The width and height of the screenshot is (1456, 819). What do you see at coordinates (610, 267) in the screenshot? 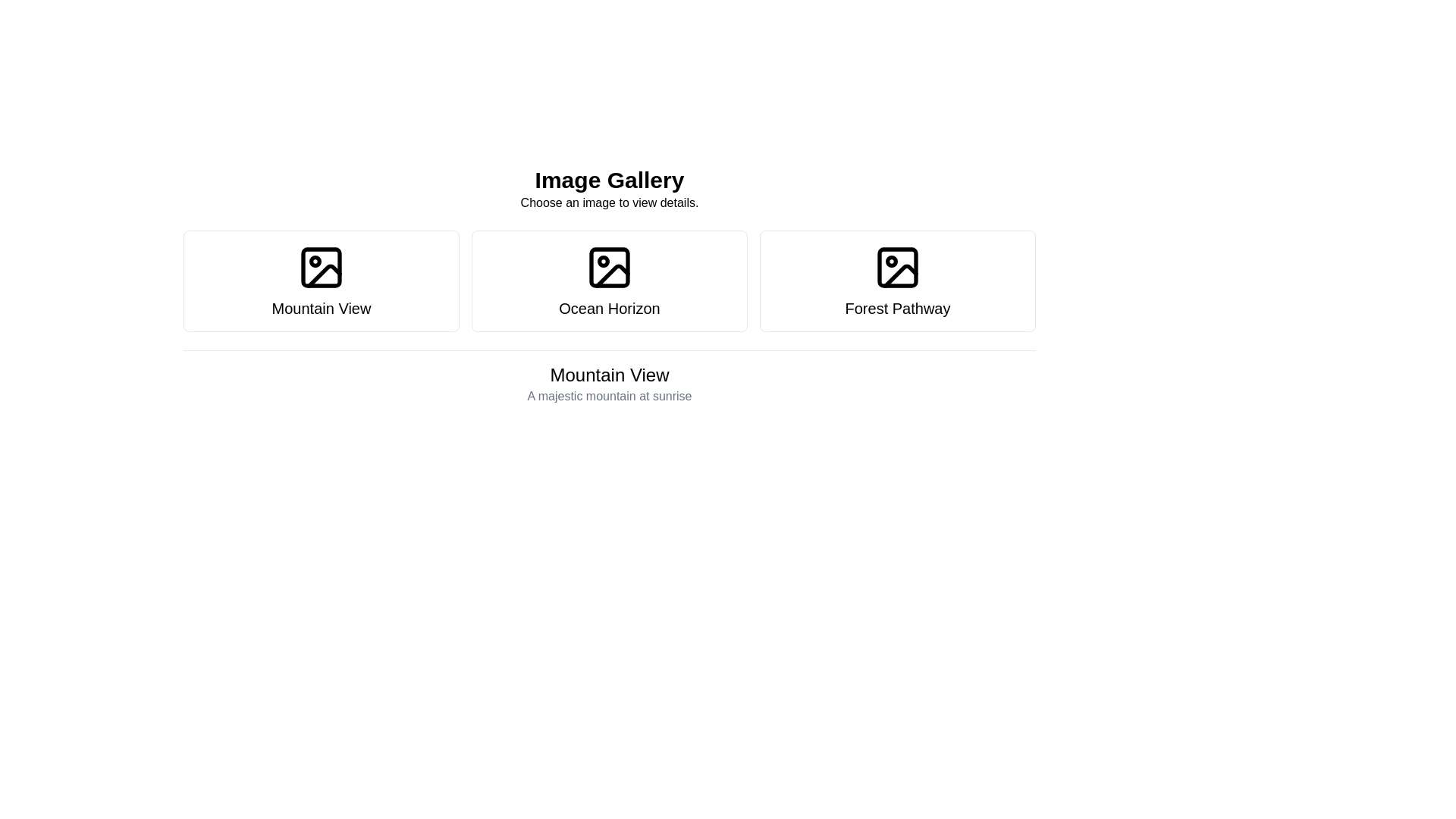
I see `the SVG rectangle with rounded corners located centrally within the Ocean Horizon image card icon` at bounding box center [610, 267].